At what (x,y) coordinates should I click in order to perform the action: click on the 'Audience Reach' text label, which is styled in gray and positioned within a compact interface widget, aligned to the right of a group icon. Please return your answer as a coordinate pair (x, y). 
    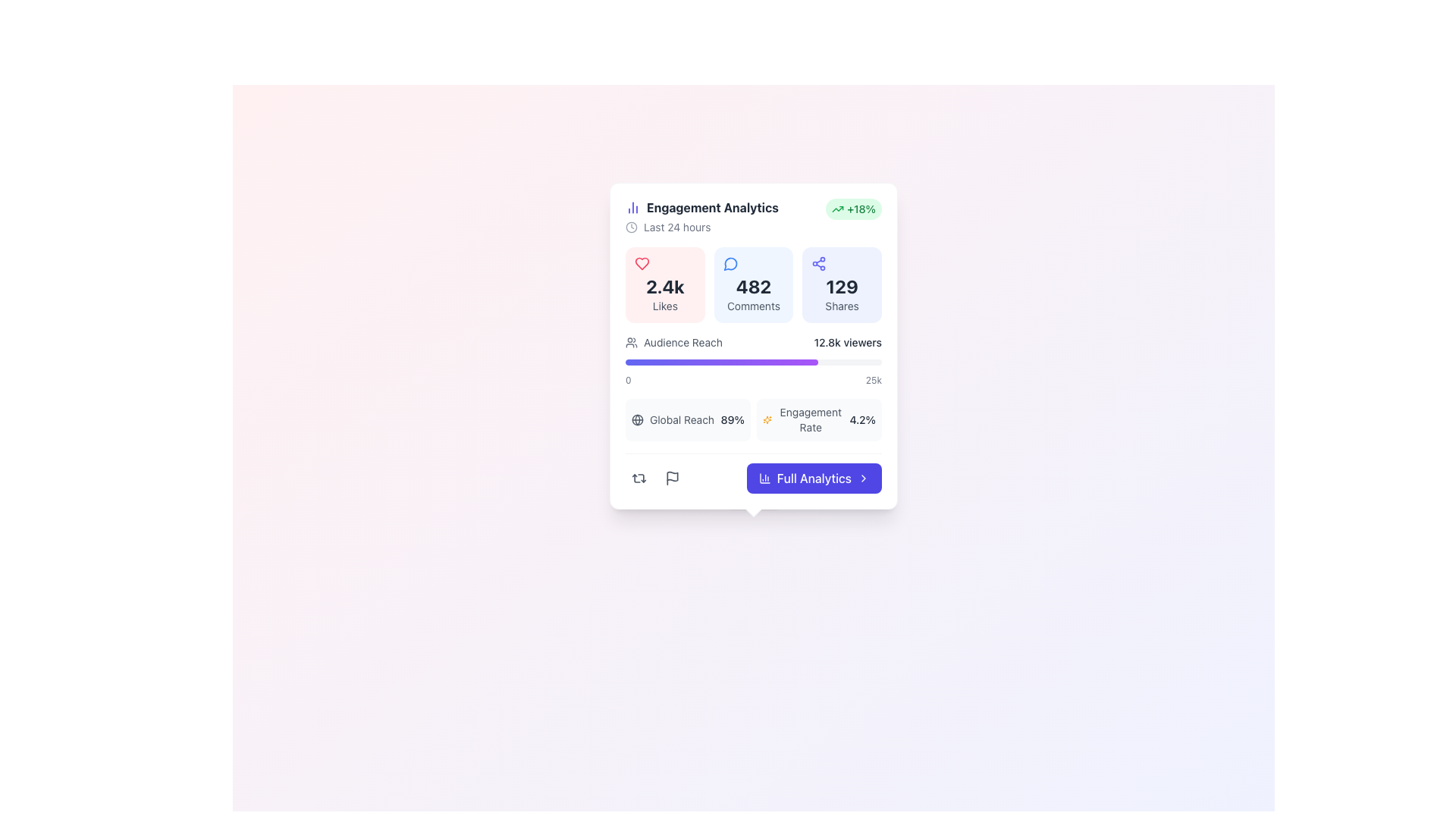
    Looking at the image, I should click on (682, 342).